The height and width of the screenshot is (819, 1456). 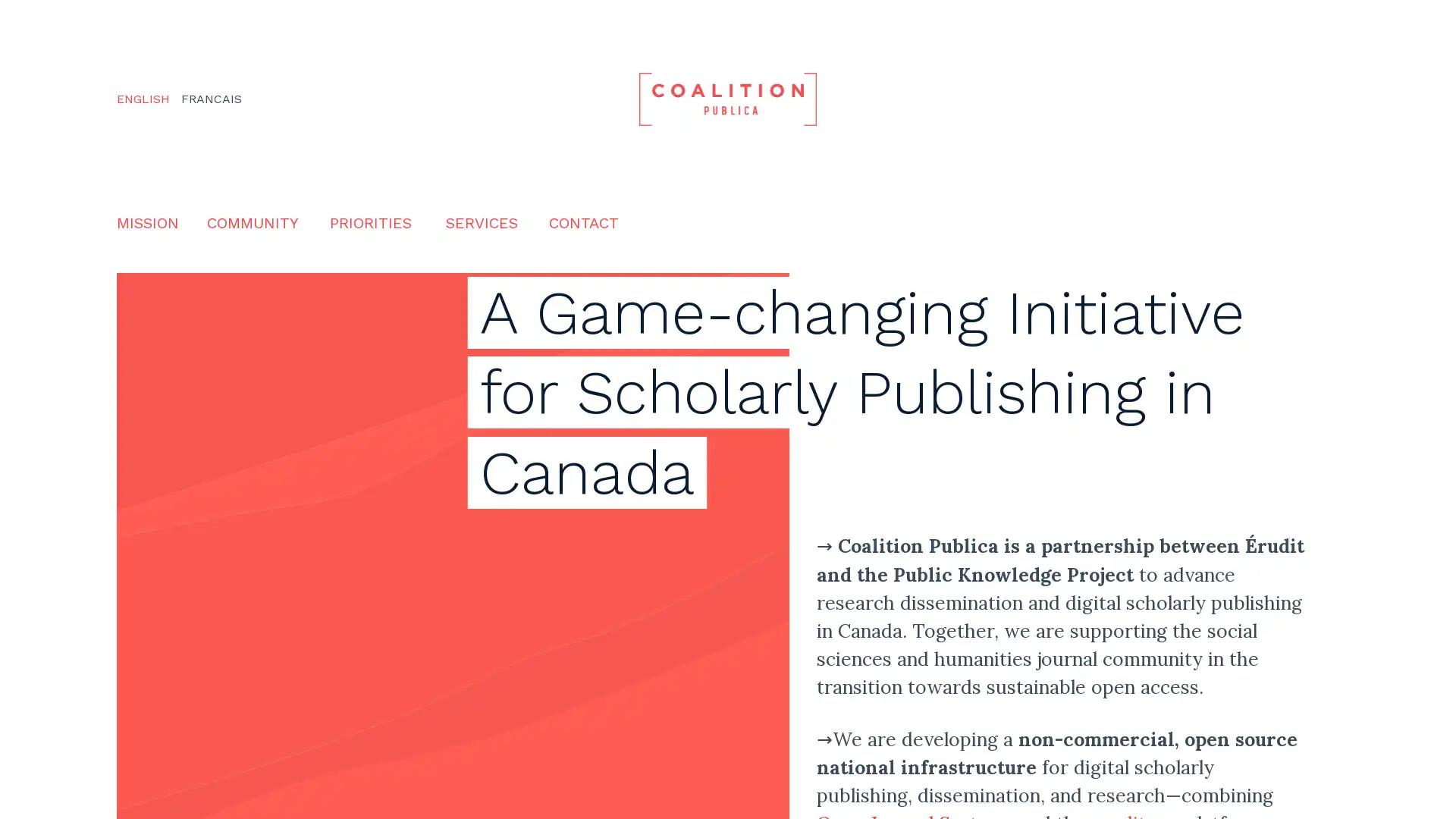 What do you see at coordinates (370, 222) in the screenshot?
I see `PRIORITIES` at bounding box center [370, 222].